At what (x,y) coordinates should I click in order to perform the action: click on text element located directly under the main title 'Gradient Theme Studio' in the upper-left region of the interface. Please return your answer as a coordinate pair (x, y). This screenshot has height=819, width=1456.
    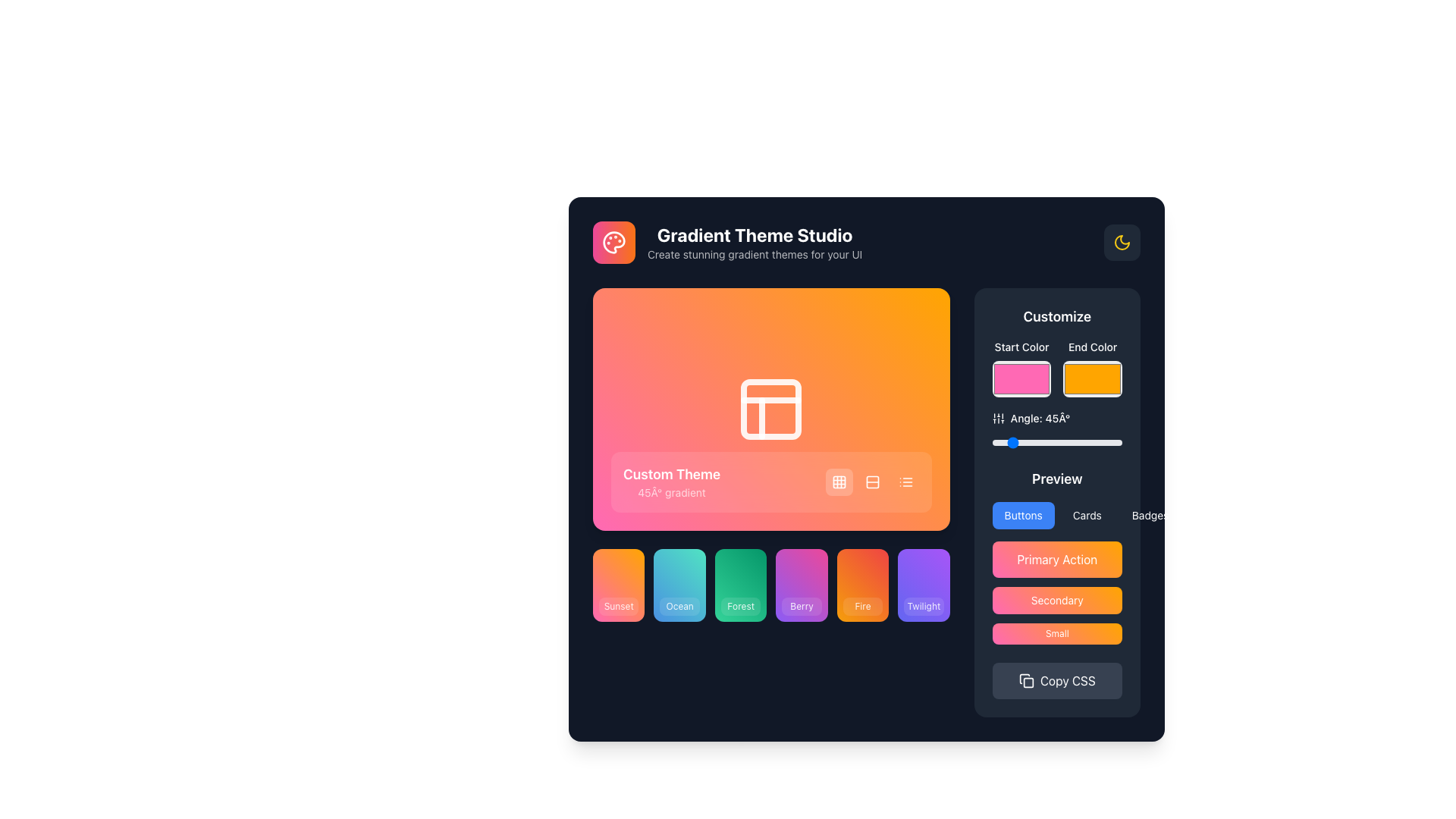
    Looking at the image, I should click on (755, 253).